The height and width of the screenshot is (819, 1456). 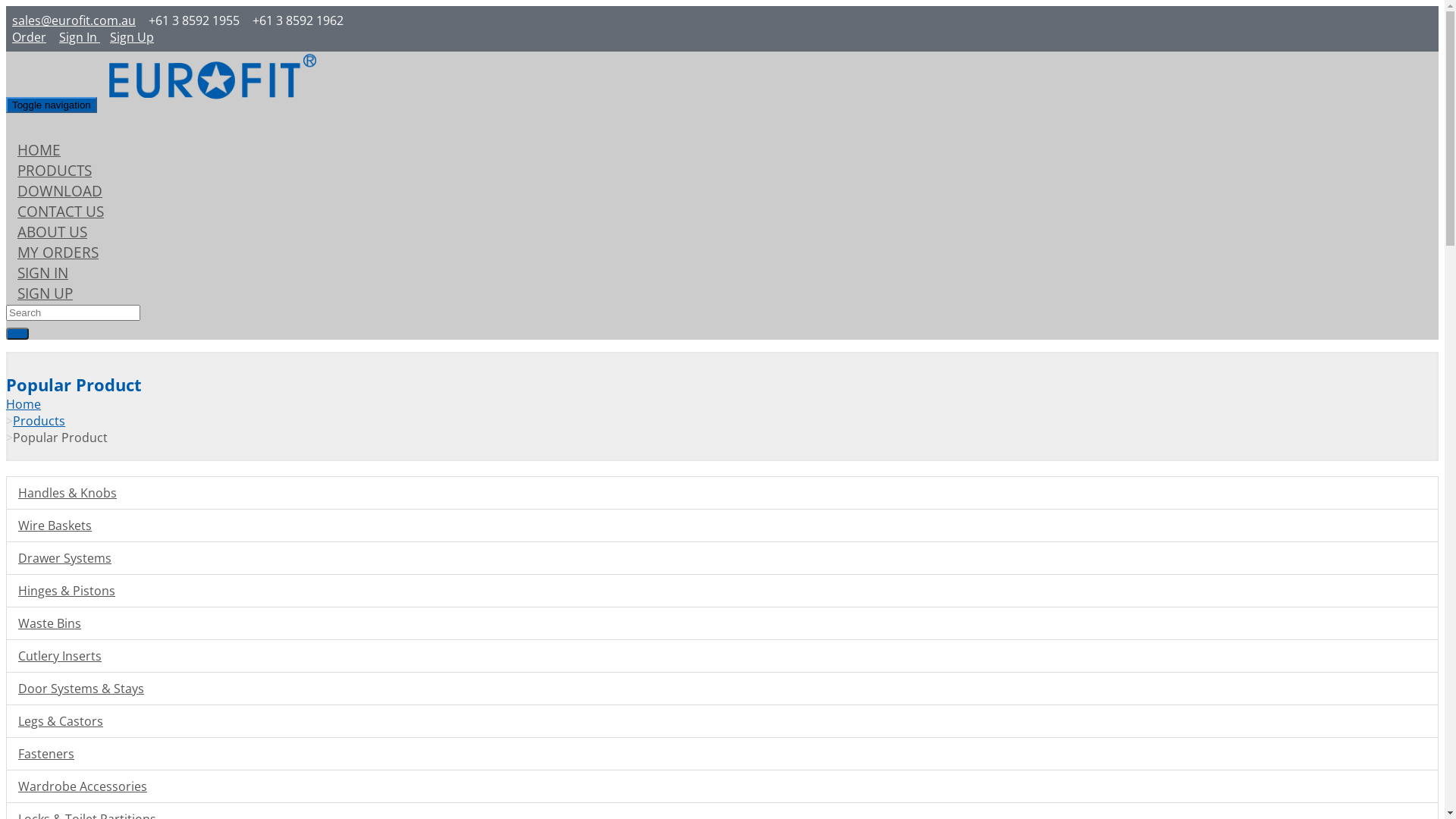 What do you see at coordinates (23, 403) in the screenshot?
I see `'Home'` at bounding box center [23, 403].